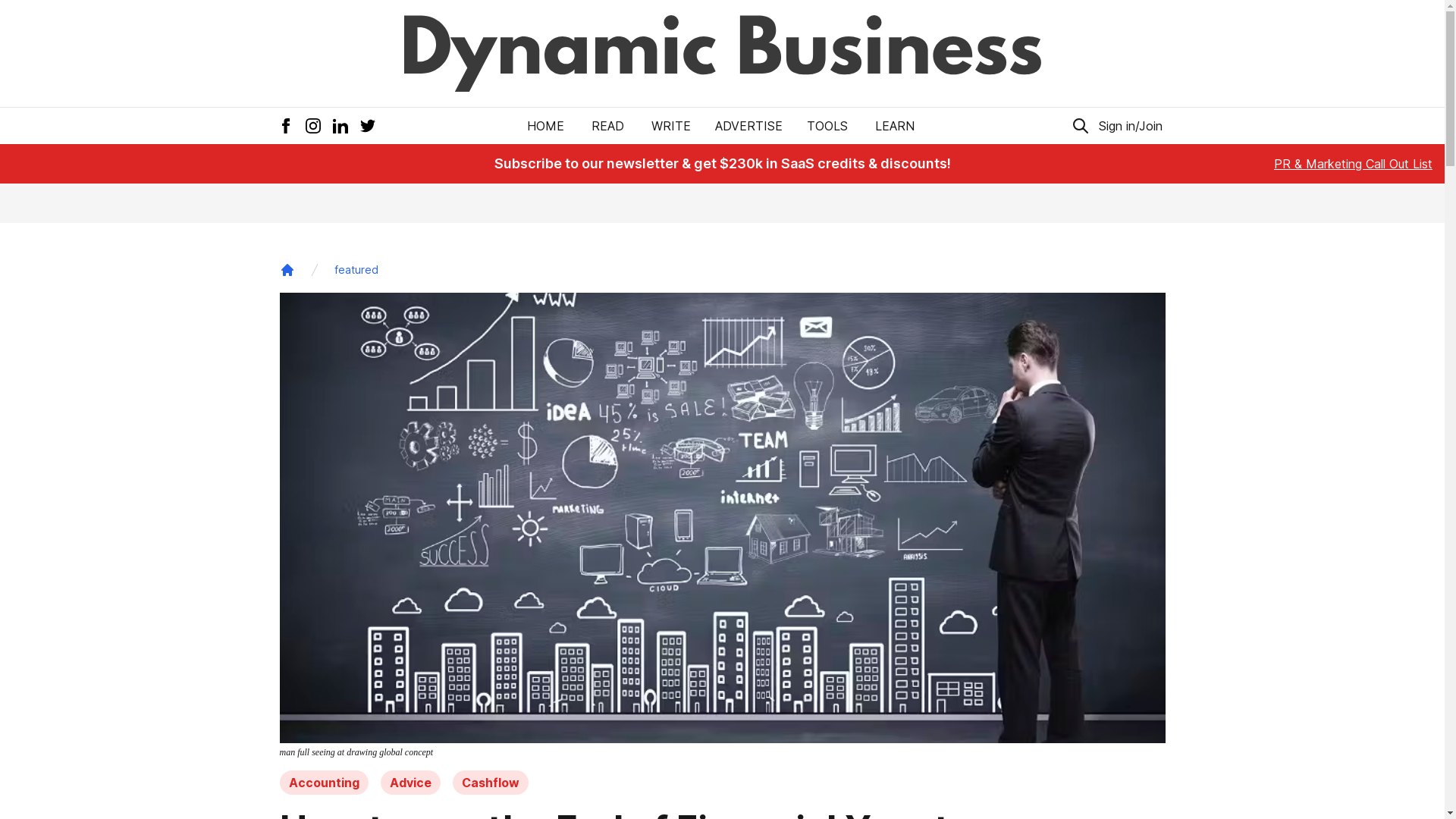  What do you see at coordinates (670, 124) in the screenshot?
I see `'WRITE'` at bounding box center [670, 124].